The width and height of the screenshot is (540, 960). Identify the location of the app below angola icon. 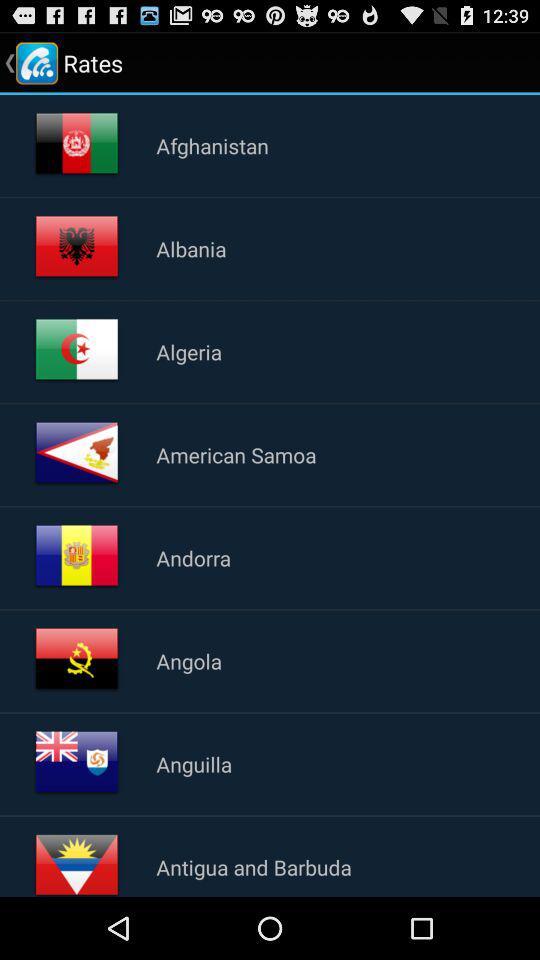
(194, 763).